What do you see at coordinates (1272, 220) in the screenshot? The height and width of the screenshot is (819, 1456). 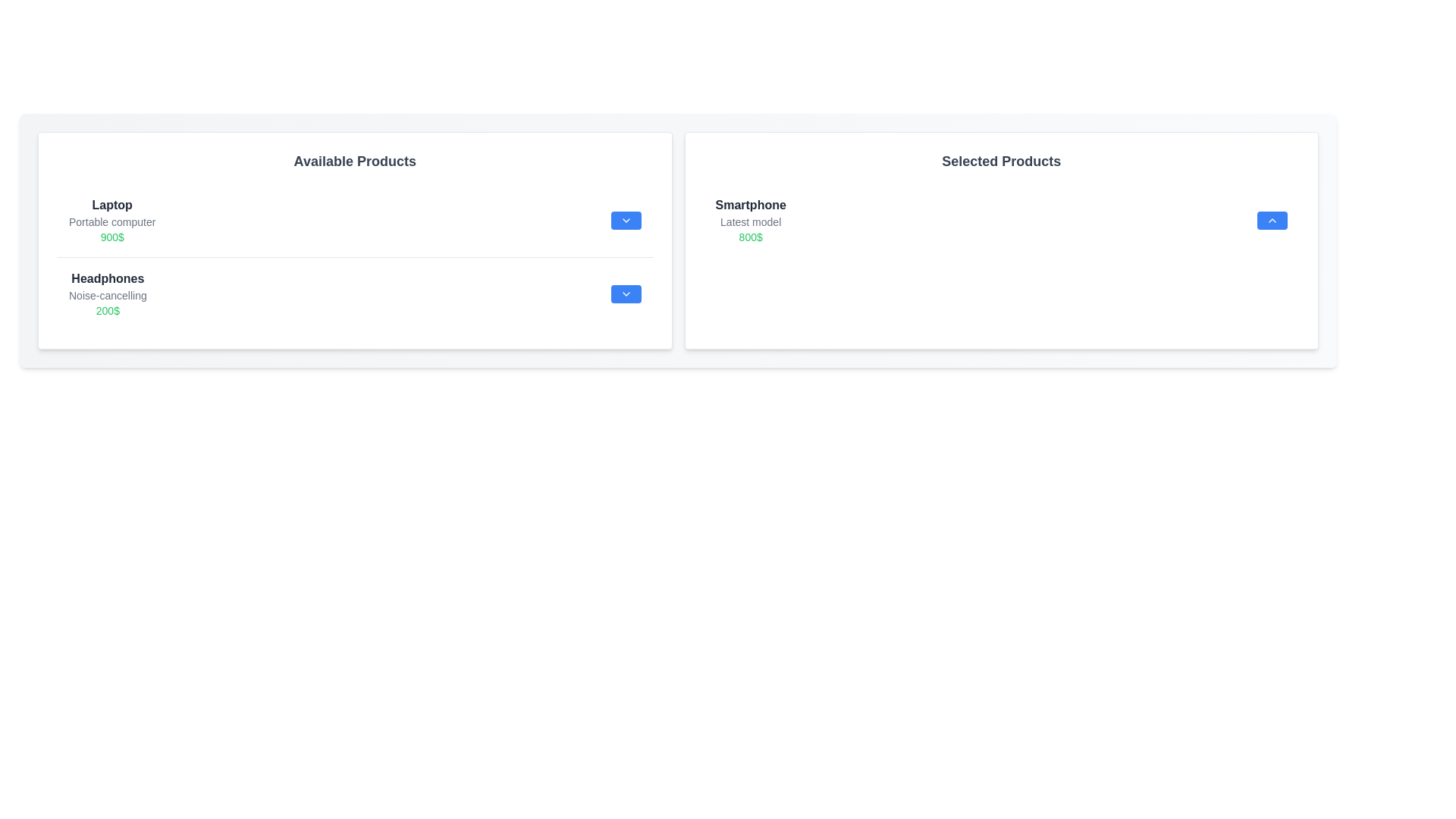 I see `upward arrow button associated with the item in the 'Selected Products' list to transfer it to the 'Available Products' list` at bounding box center [1272, 220].